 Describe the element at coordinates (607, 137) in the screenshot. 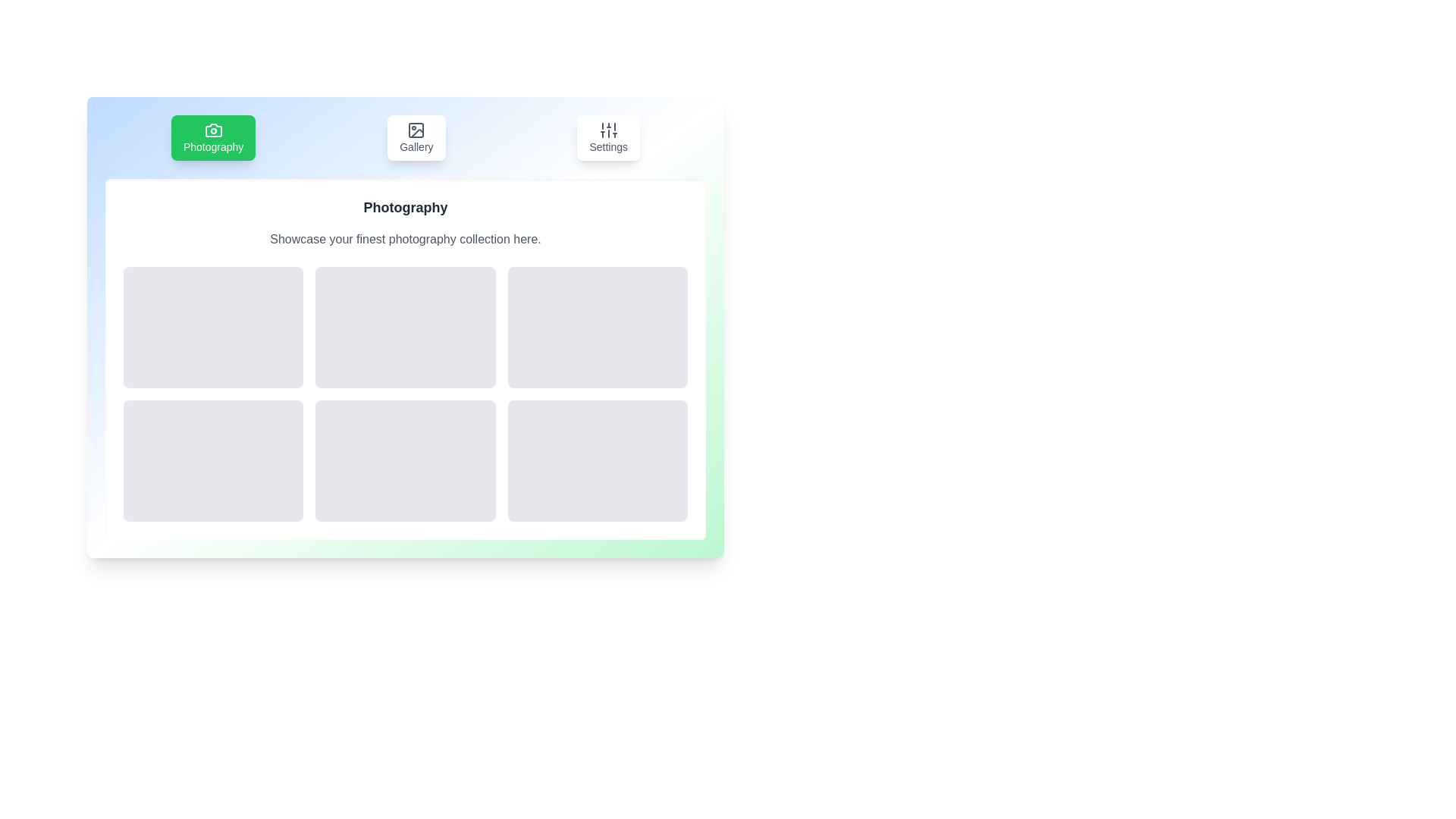

I see `the Settings tab to view its content` at that location.